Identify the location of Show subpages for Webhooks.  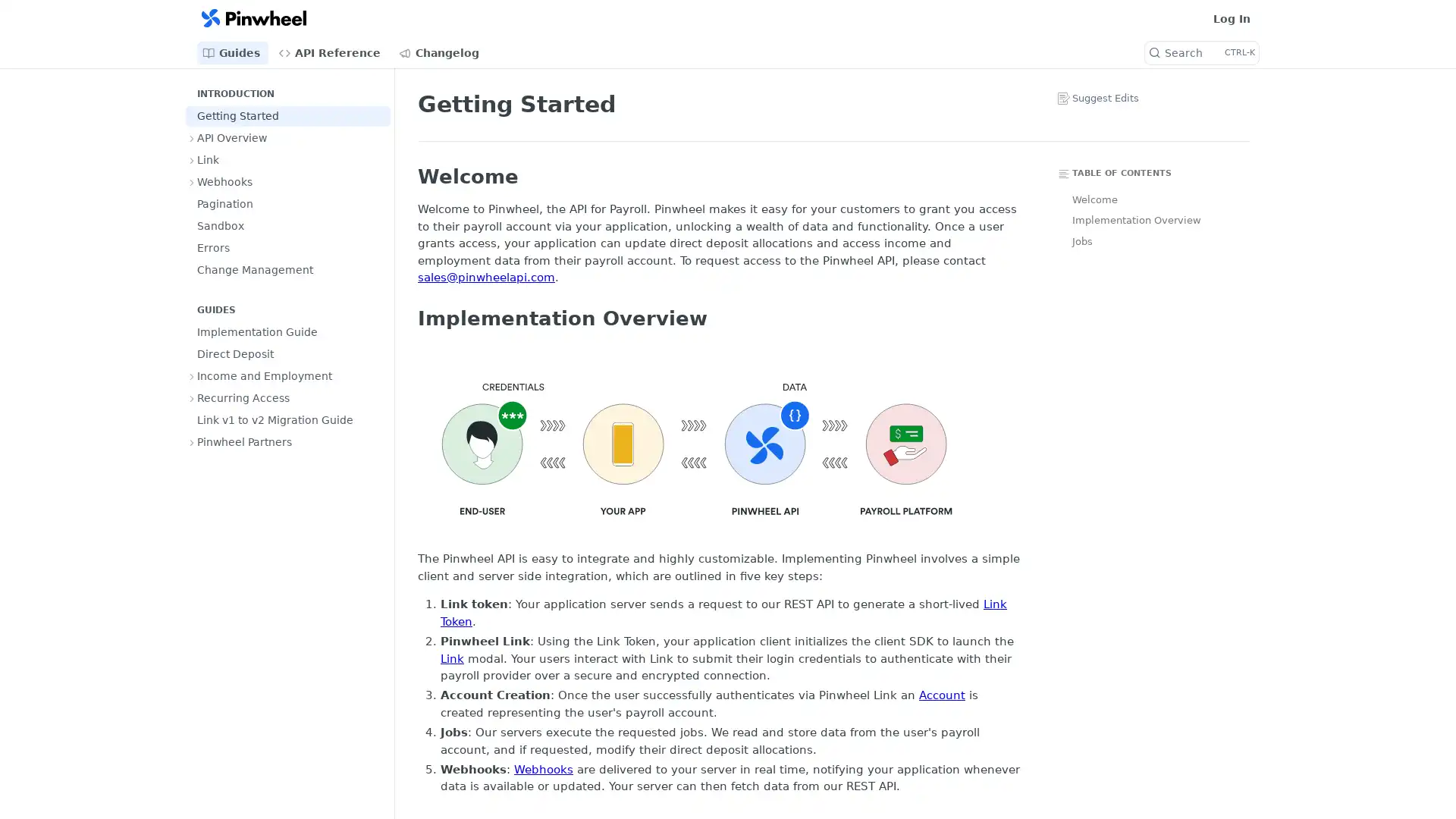
(192, 180).